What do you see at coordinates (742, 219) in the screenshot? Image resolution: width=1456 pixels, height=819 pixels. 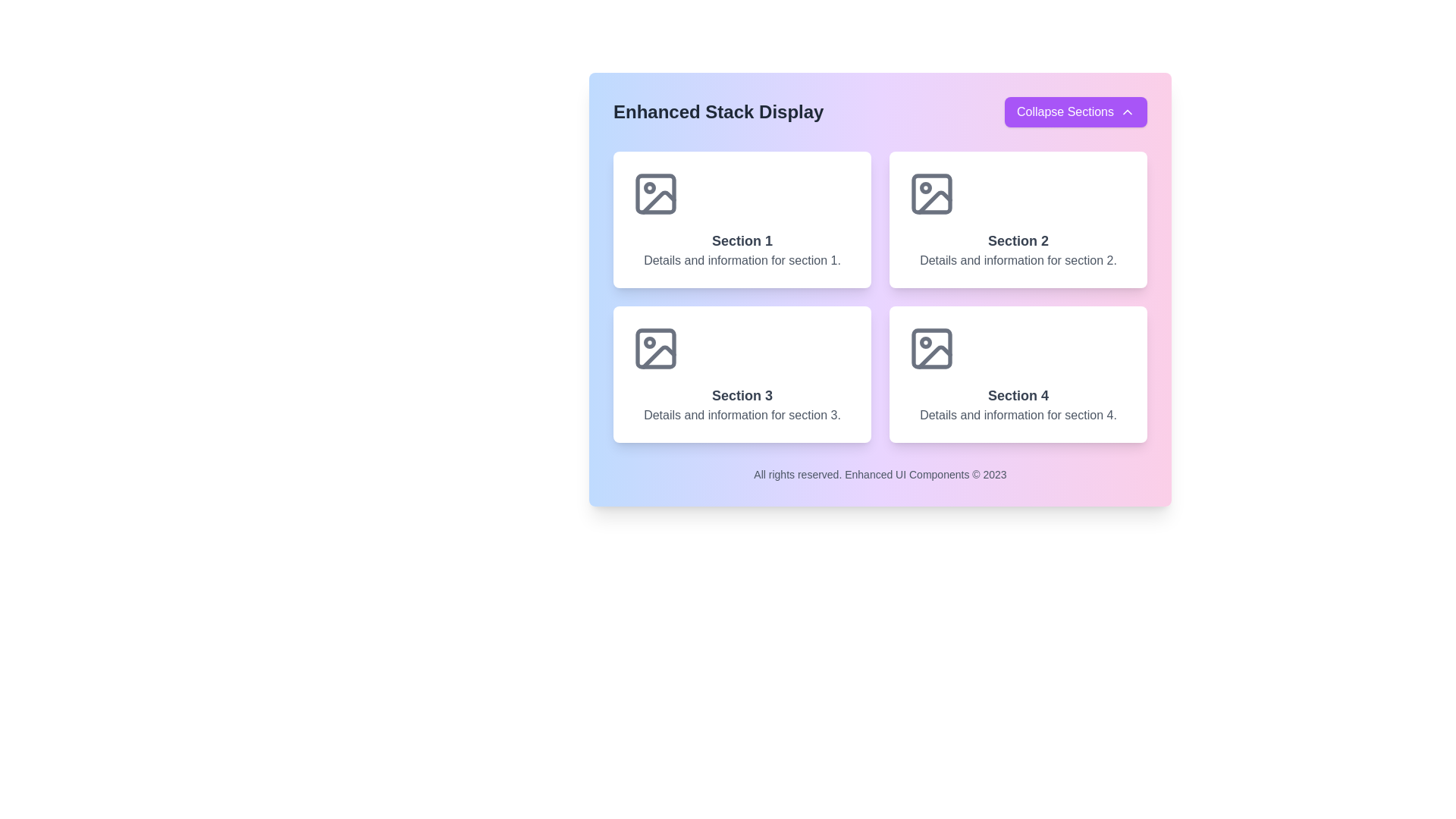 I see `the informational card/tile that provides information about 'Section 1' located at the top-left of a 2x2 grid` at bounding box center [742, 219].